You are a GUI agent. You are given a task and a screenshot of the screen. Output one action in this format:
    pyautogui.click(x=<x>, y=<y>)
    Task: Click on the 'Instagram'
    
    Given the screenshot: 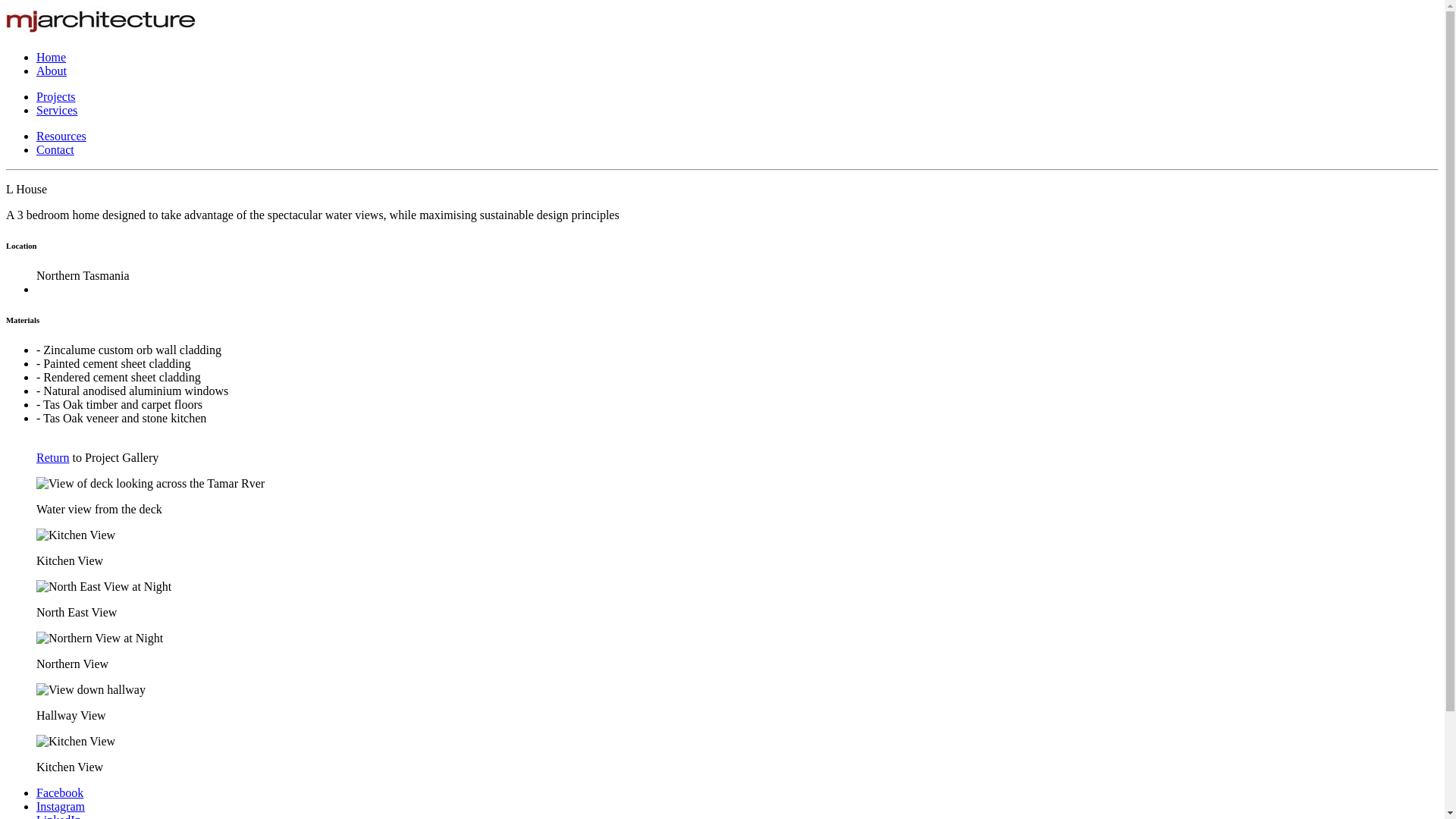 What is the action you would take?
    pyautogui.click(x=61, y=805)
    